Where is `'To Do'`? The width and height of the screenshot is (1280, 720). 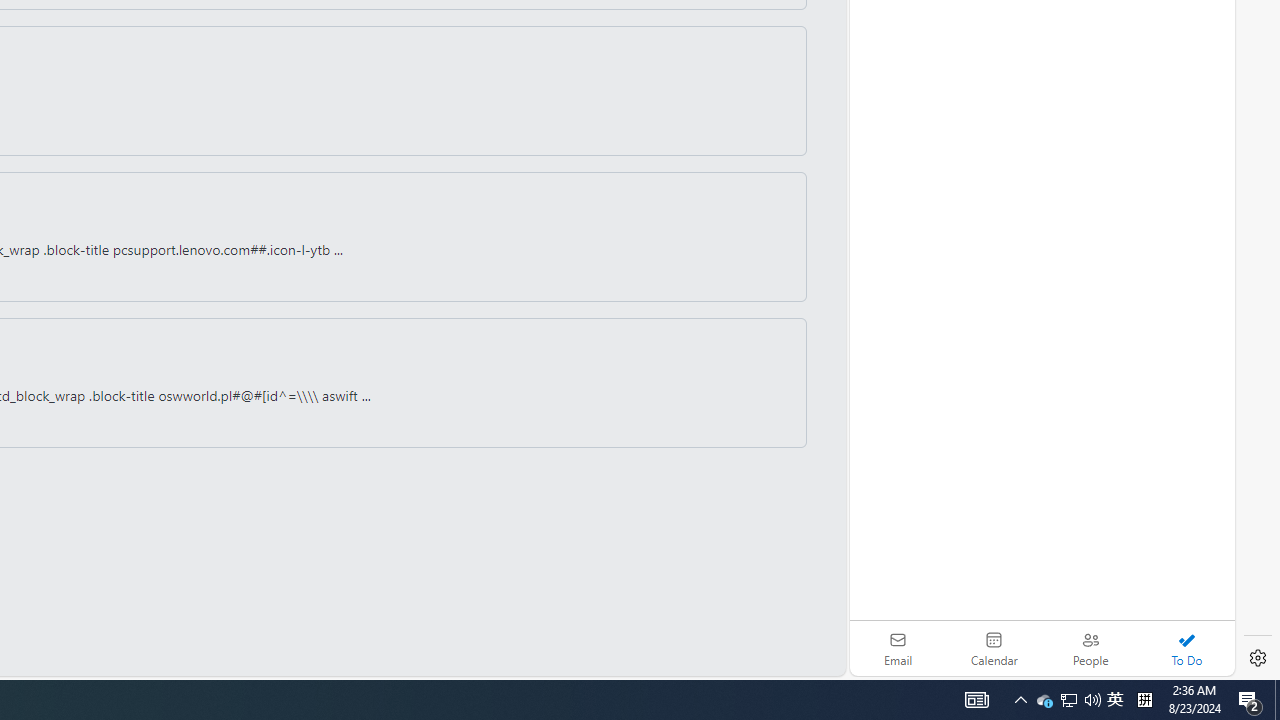 'To Do' is located at coordinates (1186, 648).